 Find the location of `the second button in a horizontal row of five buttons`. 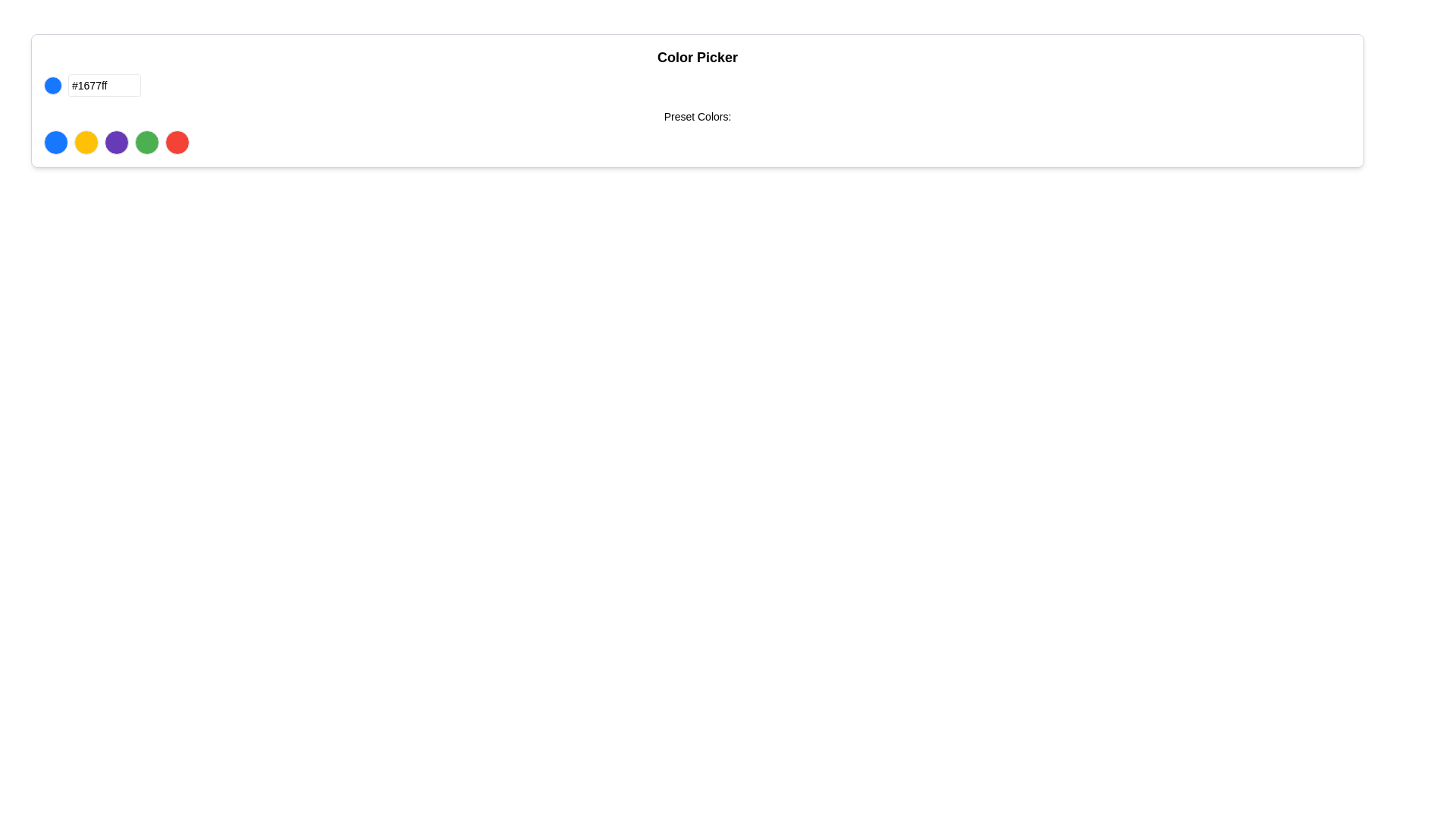

the second button in a horizontal row of five buttons is located at coordinates (86, 143).